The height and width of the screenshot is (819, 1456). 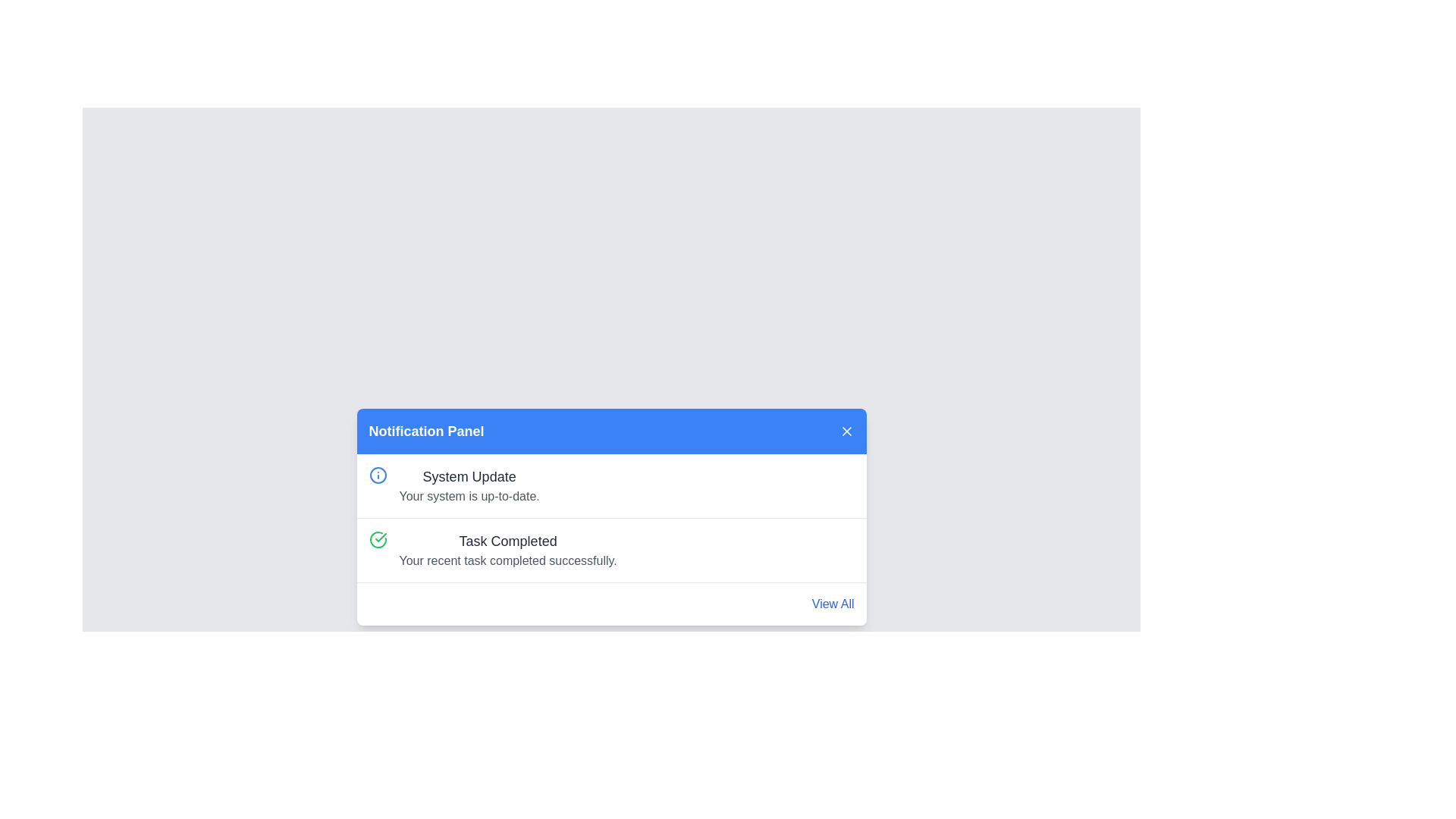 I want to click on the 'System Update' text label, which is a bold large font in dark gray located under the blue 'Notification Panel' header, so click(x=469, y=475).